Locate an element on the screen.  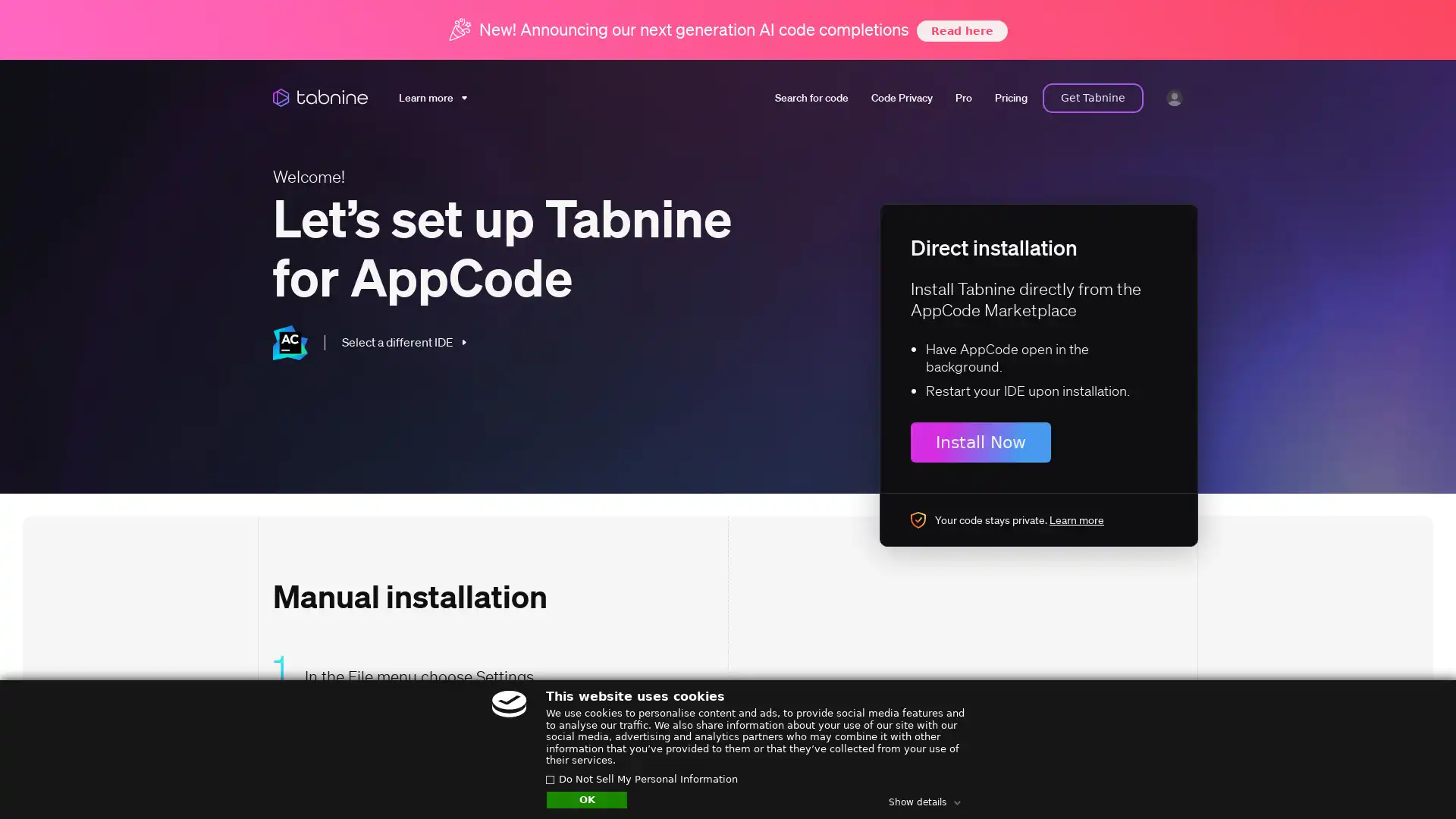
Install Now is located at coordinates (981, 442).